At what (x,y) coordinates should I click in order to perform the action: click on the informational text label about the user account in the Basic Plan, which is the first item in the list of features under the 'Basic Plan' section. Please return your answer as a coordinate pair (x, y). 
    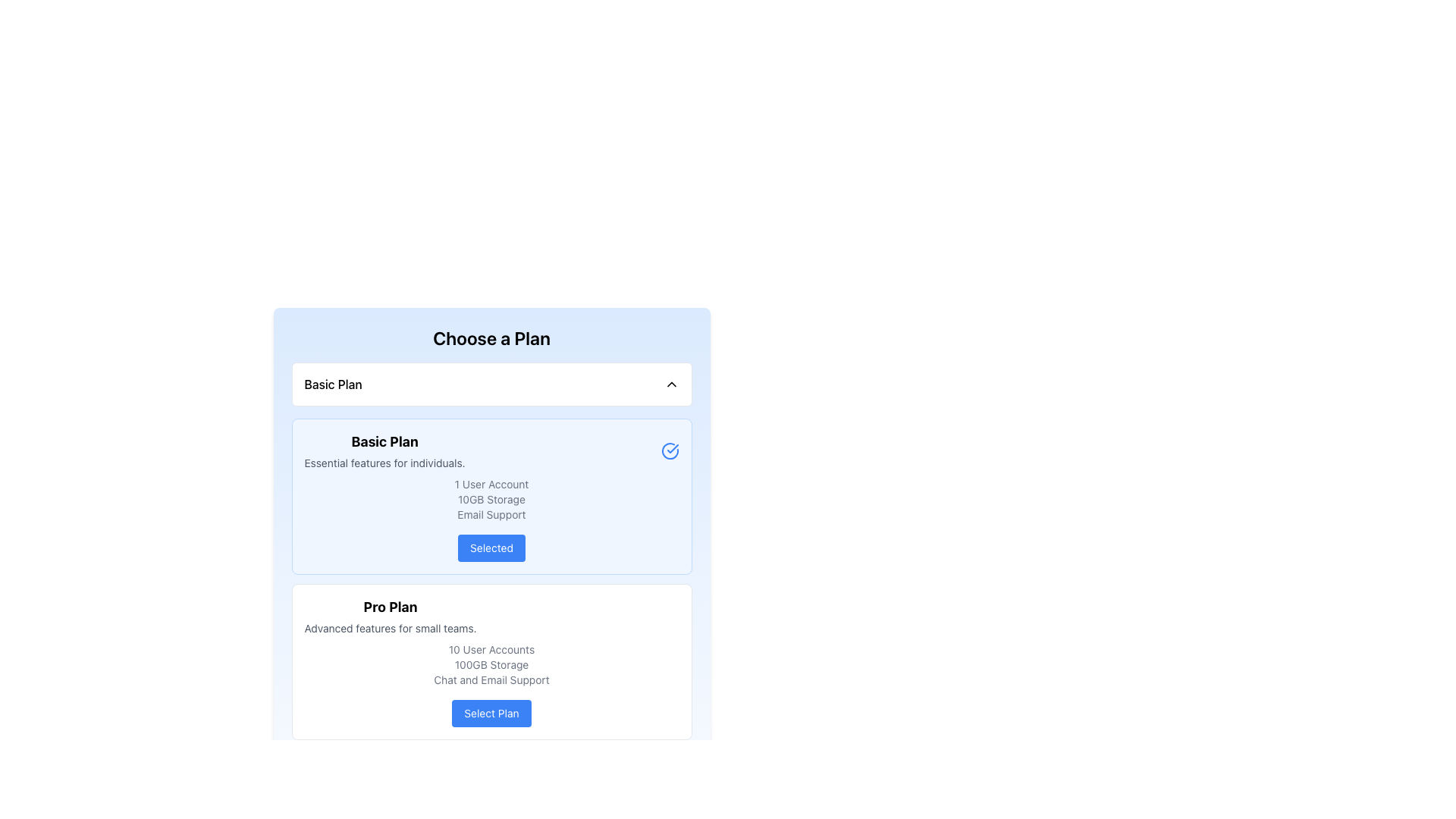
    Looking at the image, I should click on (491, 485).